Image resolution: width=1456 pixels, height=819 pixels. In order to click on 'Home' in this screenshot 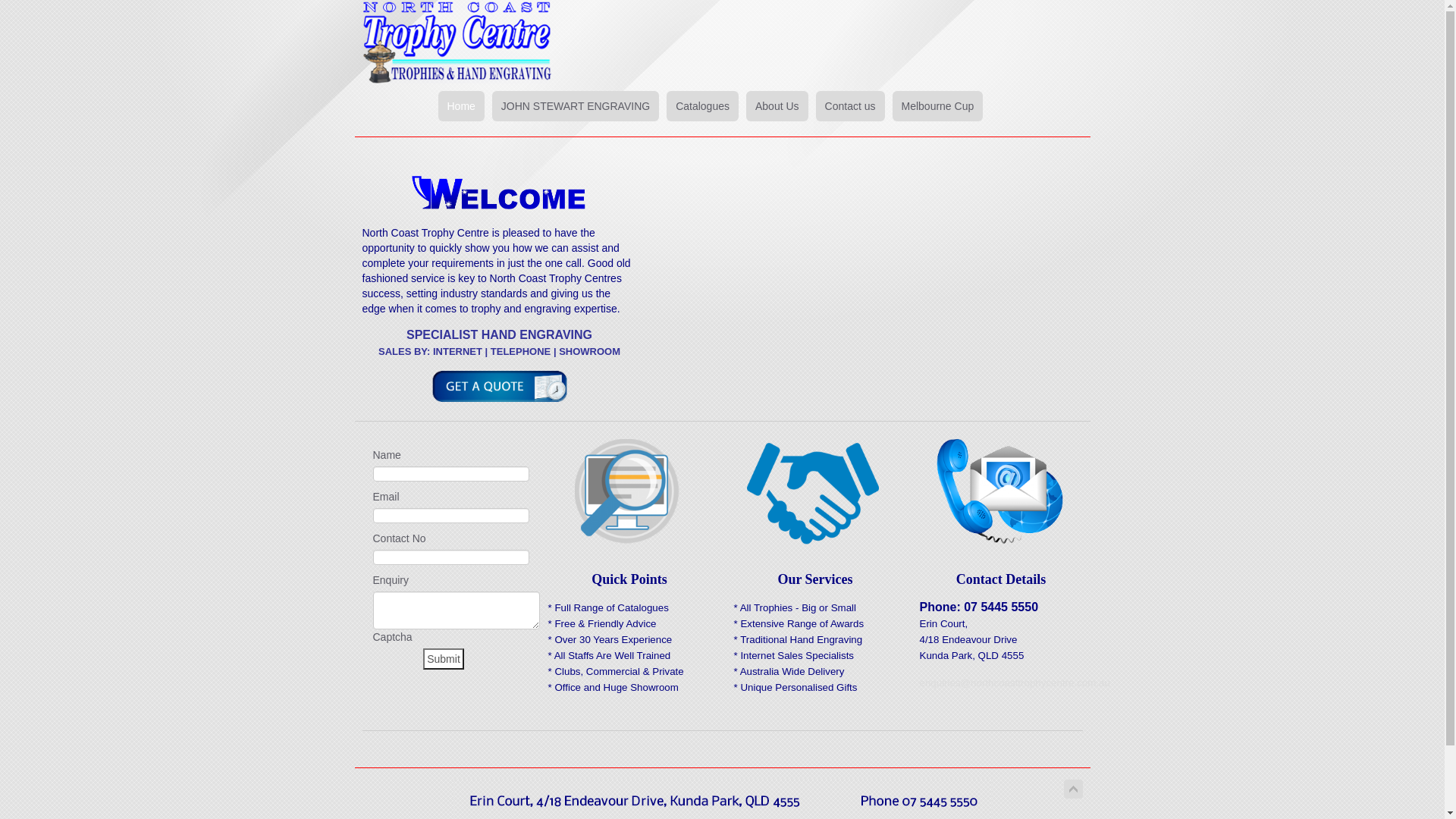, I will do `click(437, 105)`.